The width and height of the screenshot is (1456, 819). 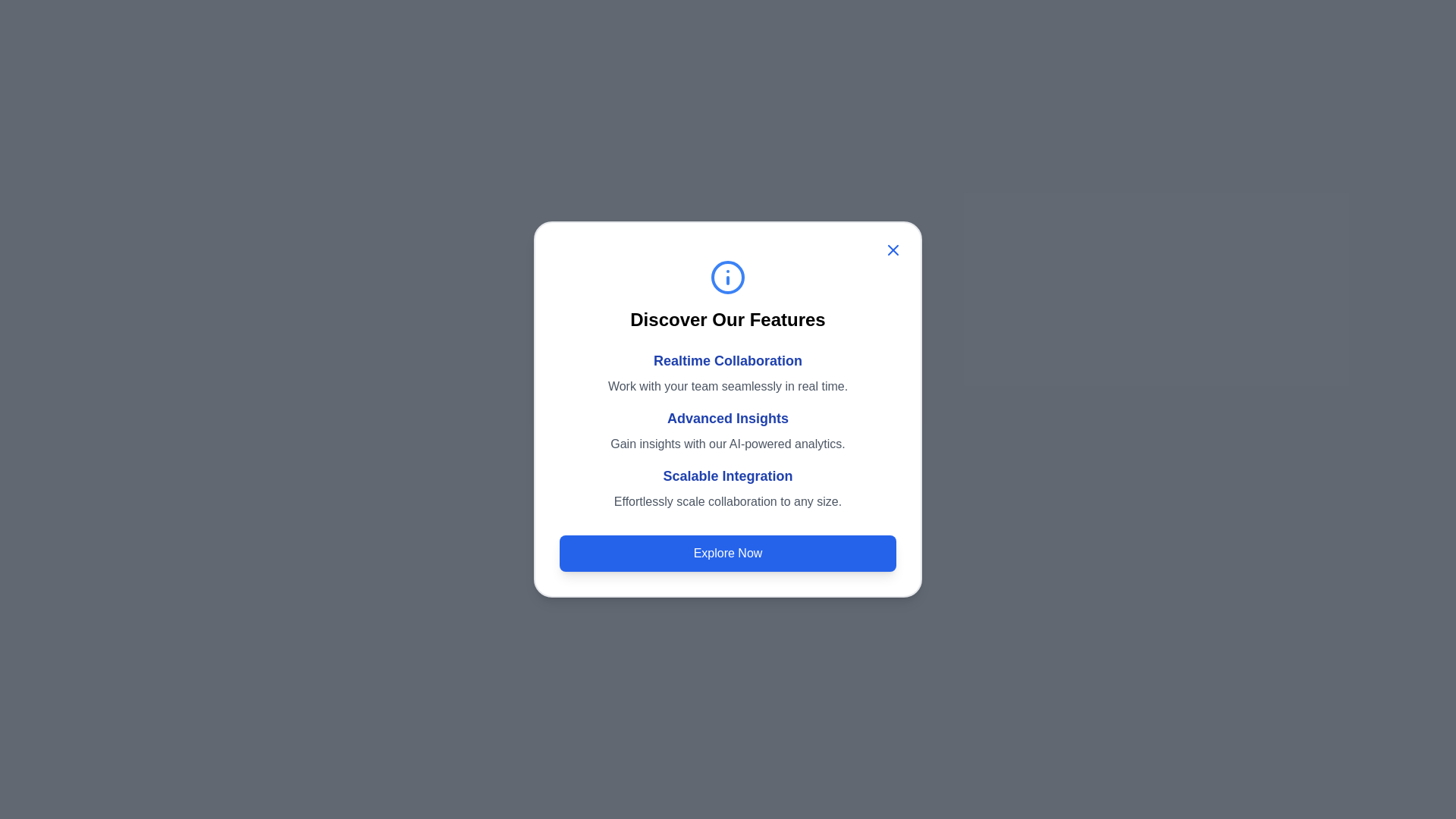 I want to click on the interactive regions of the Informational modal titled 'Discover Our Features', which includes sections like 'Realtime Collaboration', 'Advanced Insights', and the blue button labeled 'Explore Now', so click(x=728, y=409).